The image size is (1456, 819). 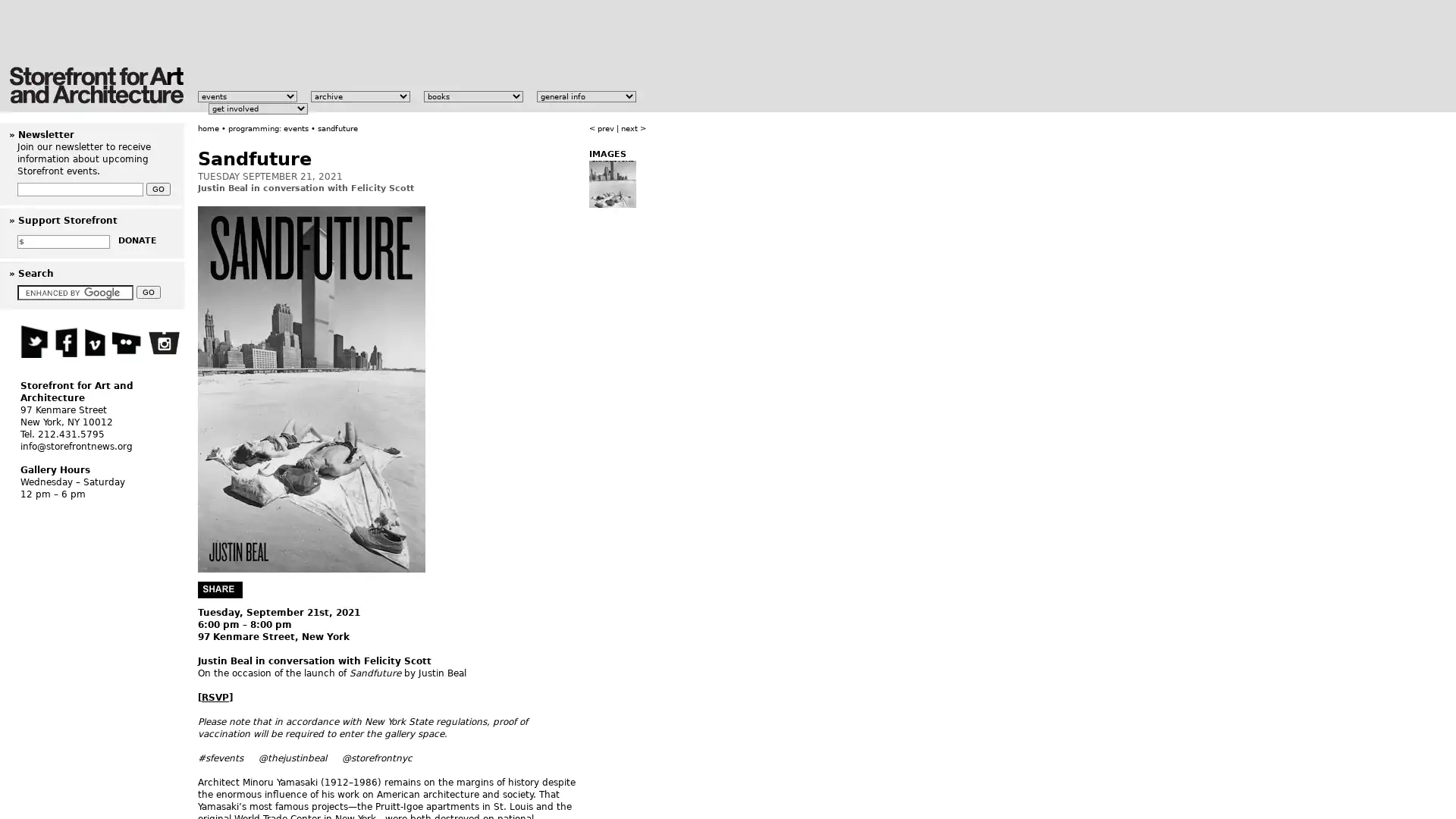 What do you see at coordinates (158, 188) in the screenshot?
I see `GO` at bounding box center [158, 188].